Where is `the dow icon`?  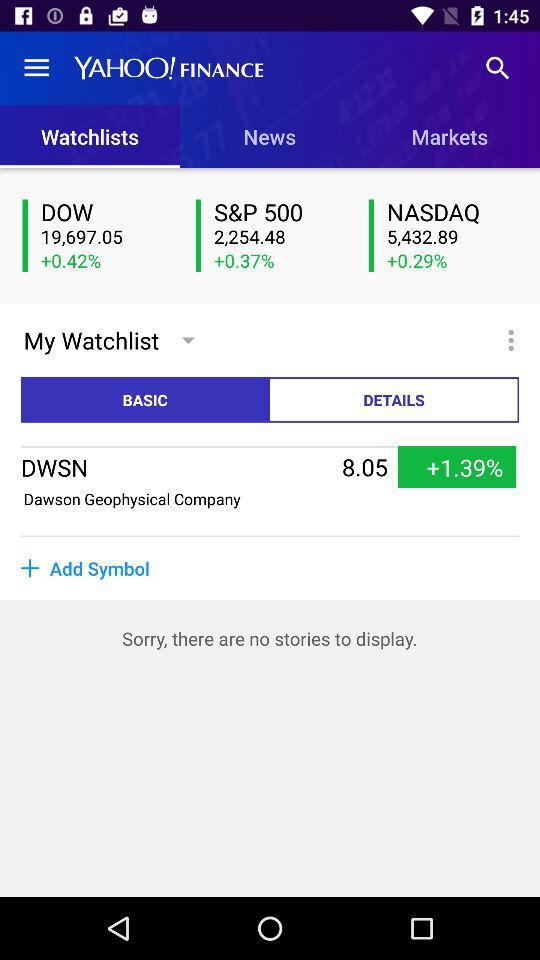 the dow icon is located at coordinates (106, 213).